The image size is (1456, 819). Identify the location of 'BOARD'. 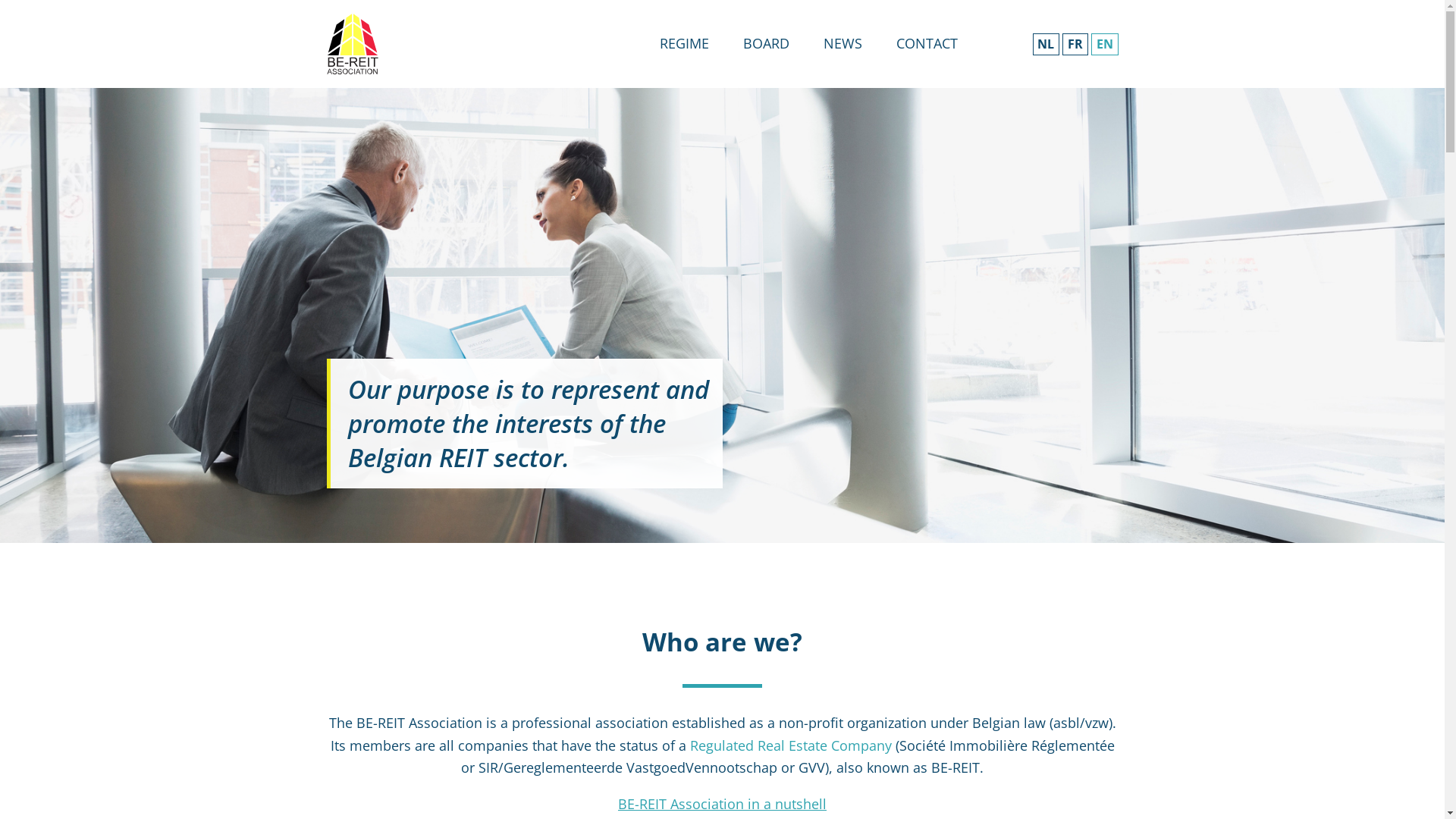
(766, 42).